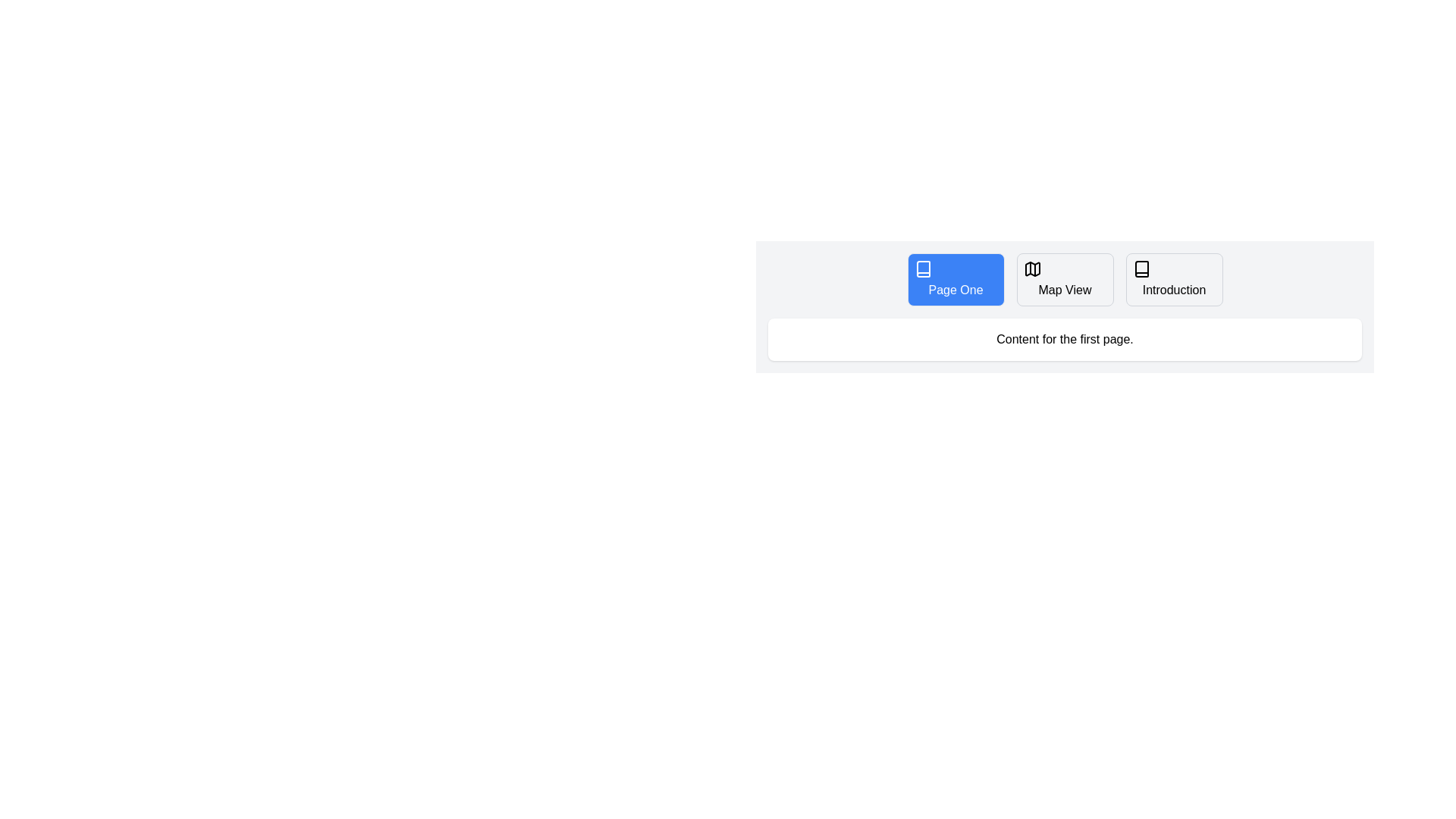  Describe the element at coordinates (955, 290) in the screenshot. I see `the 'Page One' text label, which is styled in white over a blue background and is part of a navigation bar` at that location.